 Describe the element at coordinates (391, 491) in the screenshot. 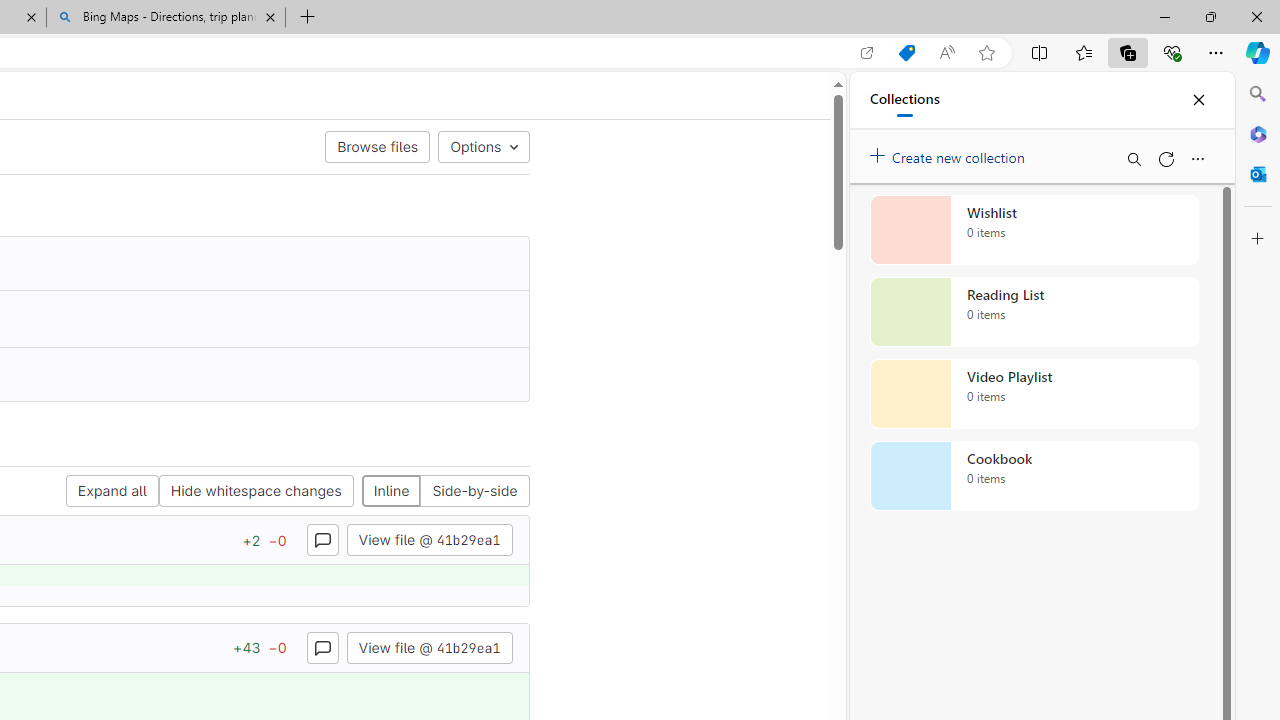

I see `'Inline'` at that location.